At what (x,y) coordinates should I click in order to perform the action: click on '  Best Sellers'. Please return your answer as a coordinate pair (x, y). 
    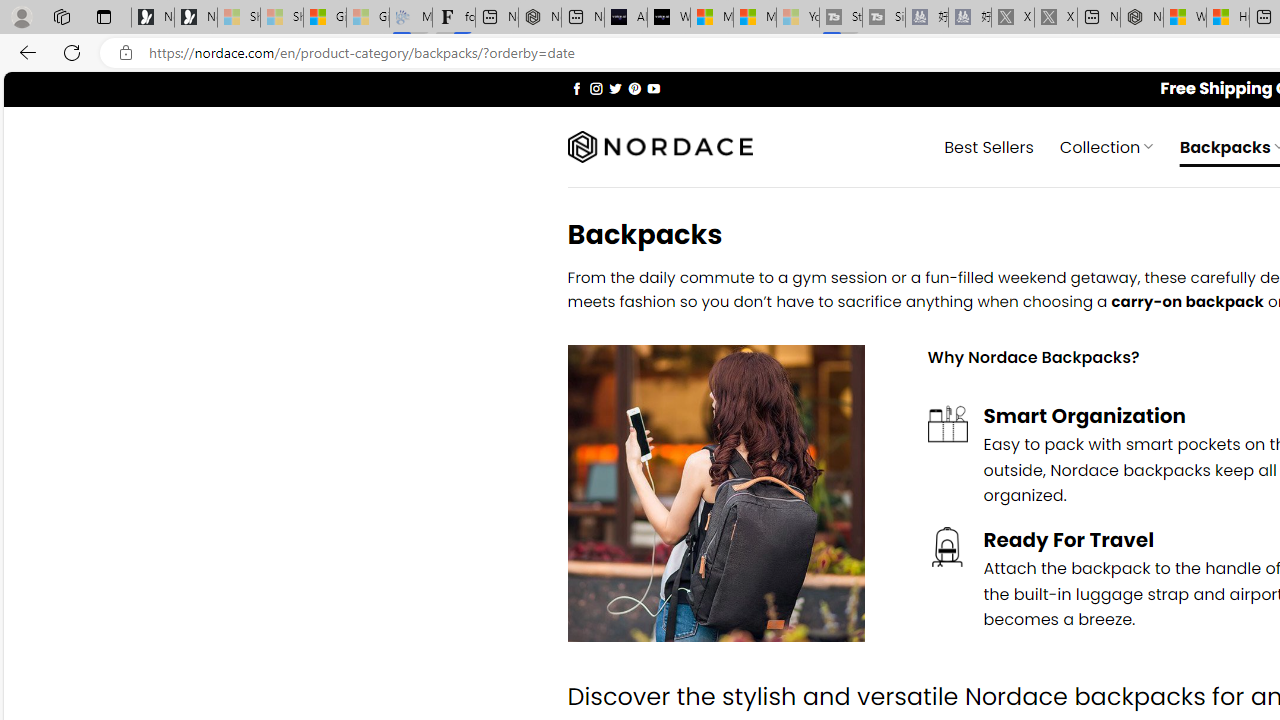
    Looking at the image, I should click on (989, 145).